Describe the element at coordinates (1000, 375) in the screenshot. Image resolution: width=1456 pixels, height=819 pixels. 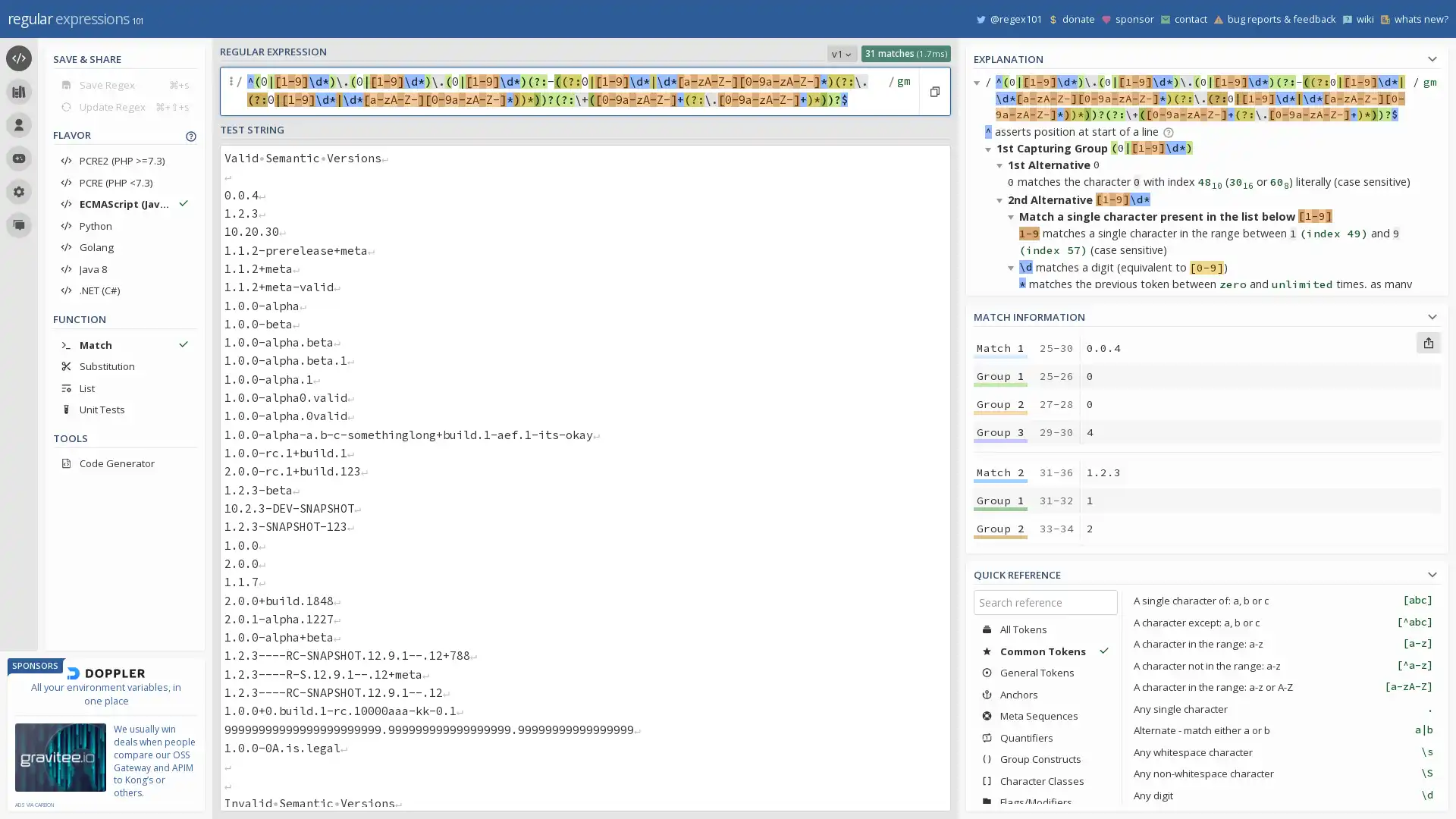
I see `Group 1` at that location.